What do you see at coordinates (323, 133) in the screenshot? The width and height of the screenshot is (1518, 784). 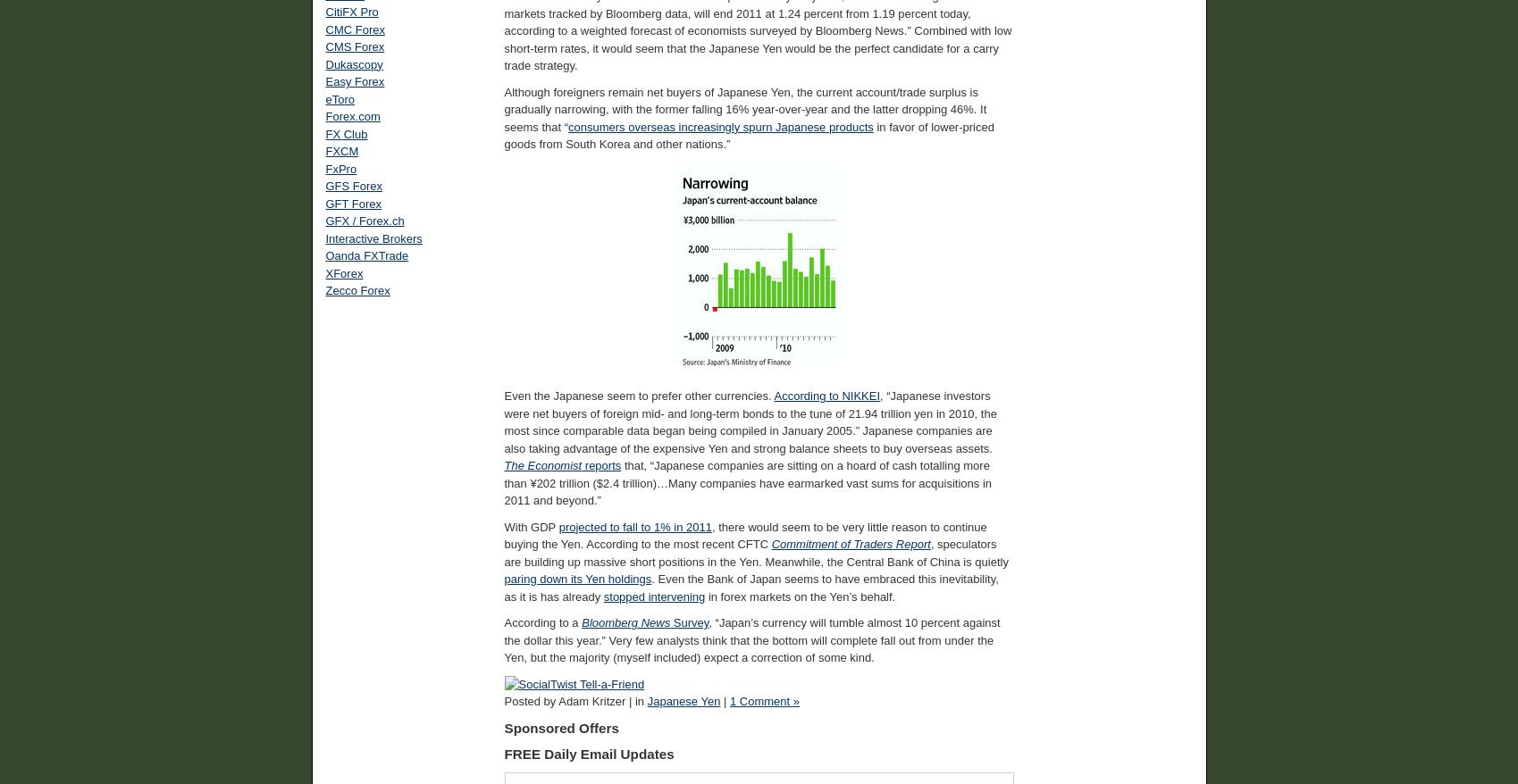 I see `'FX Club'` at bounding box center [323, 133].